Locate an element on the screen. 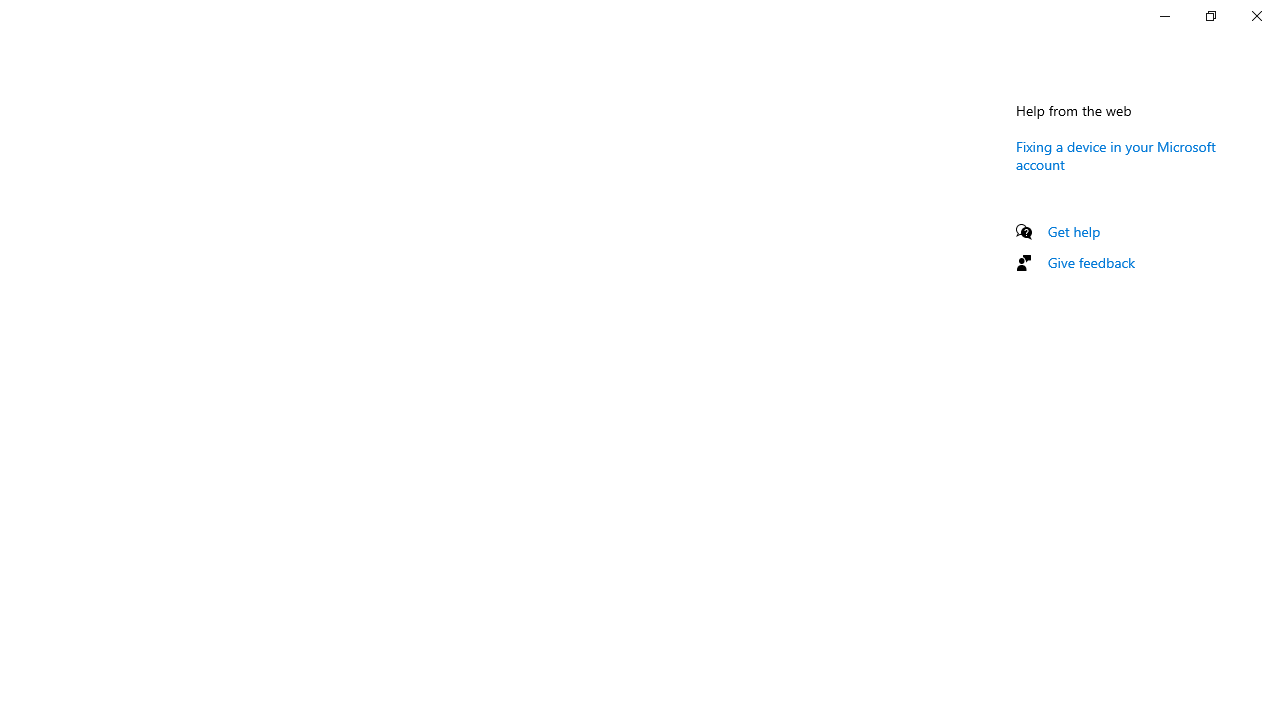 The width and height of the screenshot is (1280, 720). 'Get help' is located at coordinates (1073, 230).